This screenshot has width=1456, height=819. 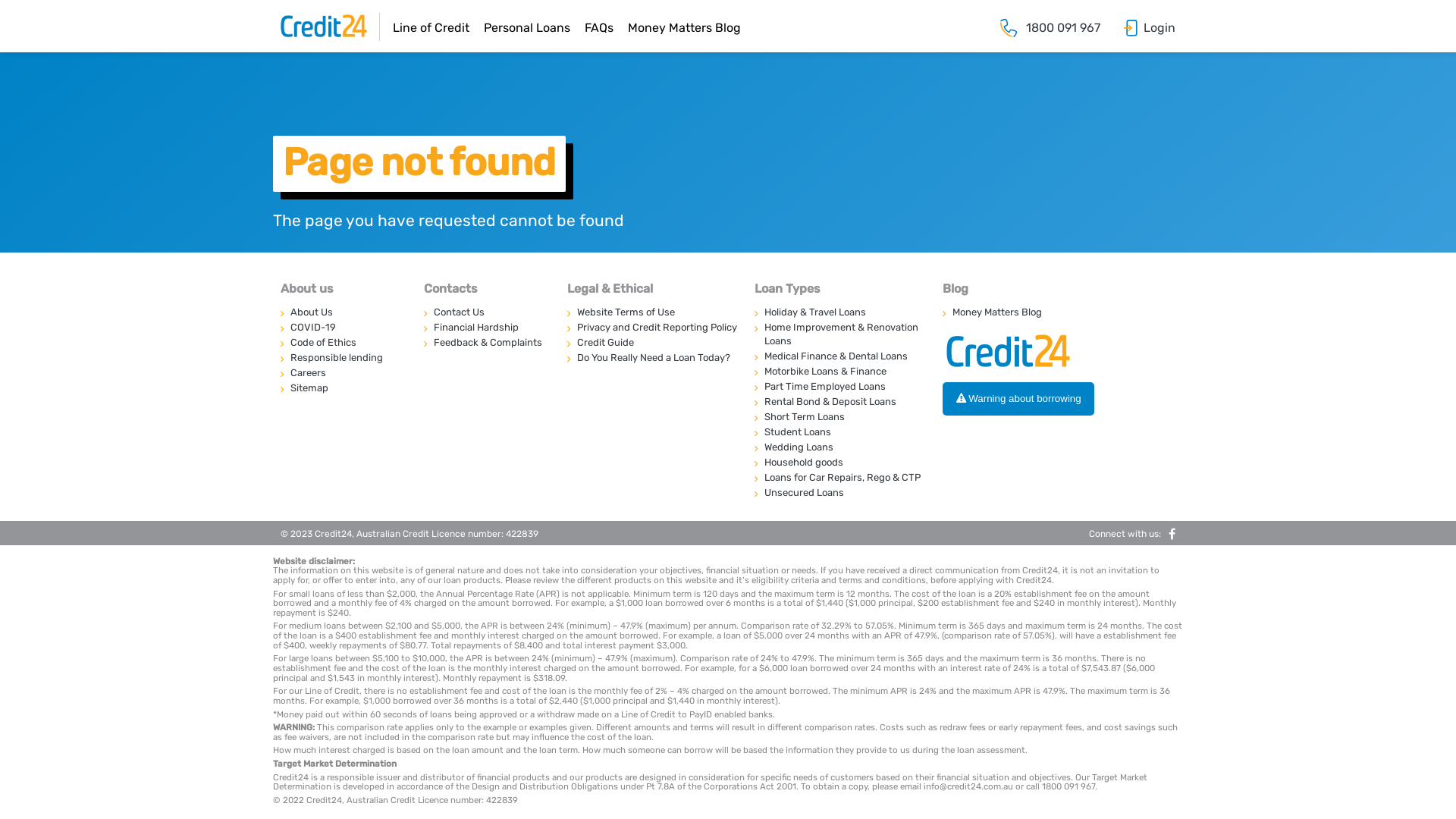 What do you see at coordinates (839, 432) in the screenshot?
I see `'Student Loans'` at bounding box center [839, 432].